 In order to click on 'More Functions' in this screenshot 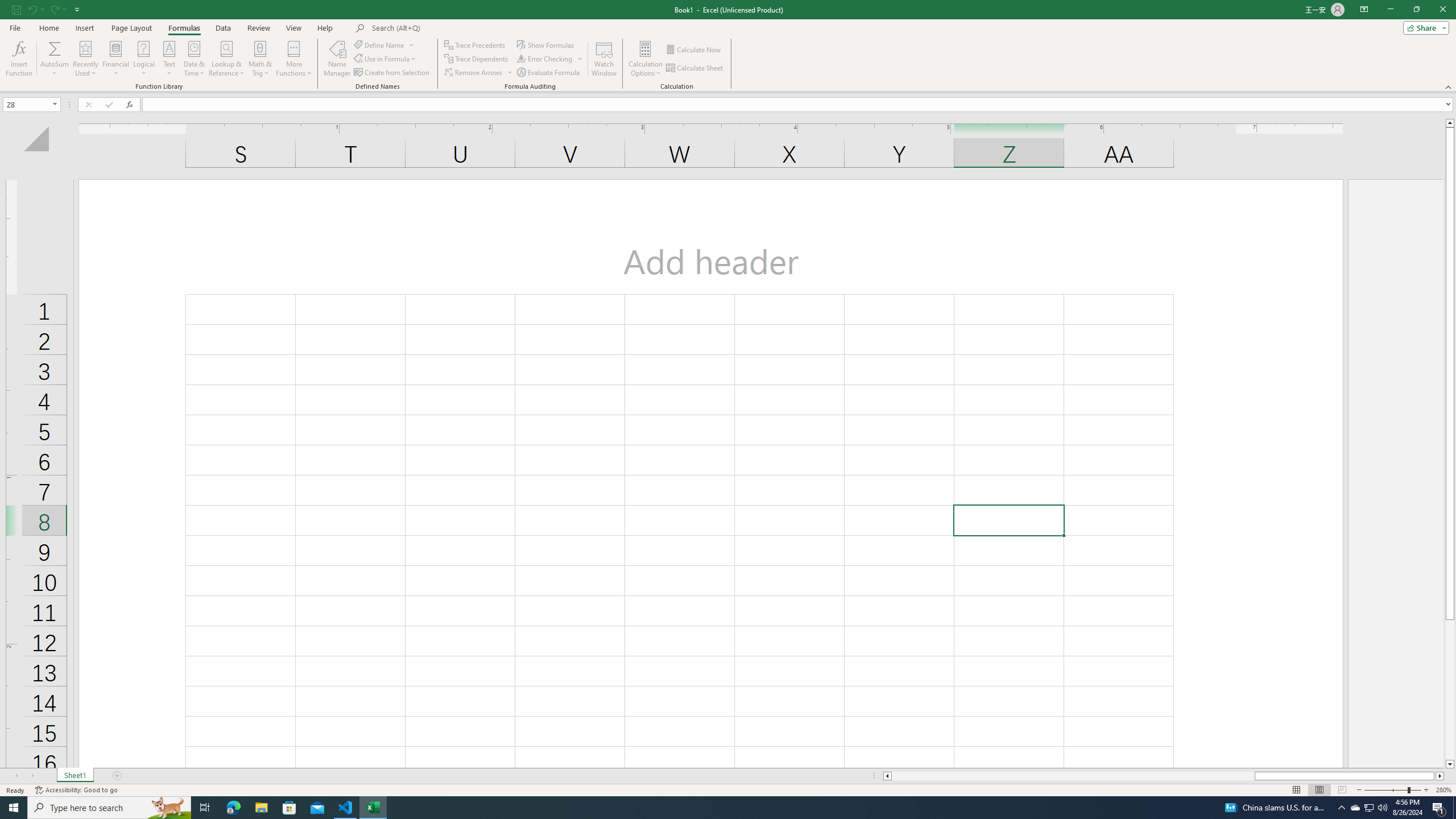, I will do `click(294, 59)`.